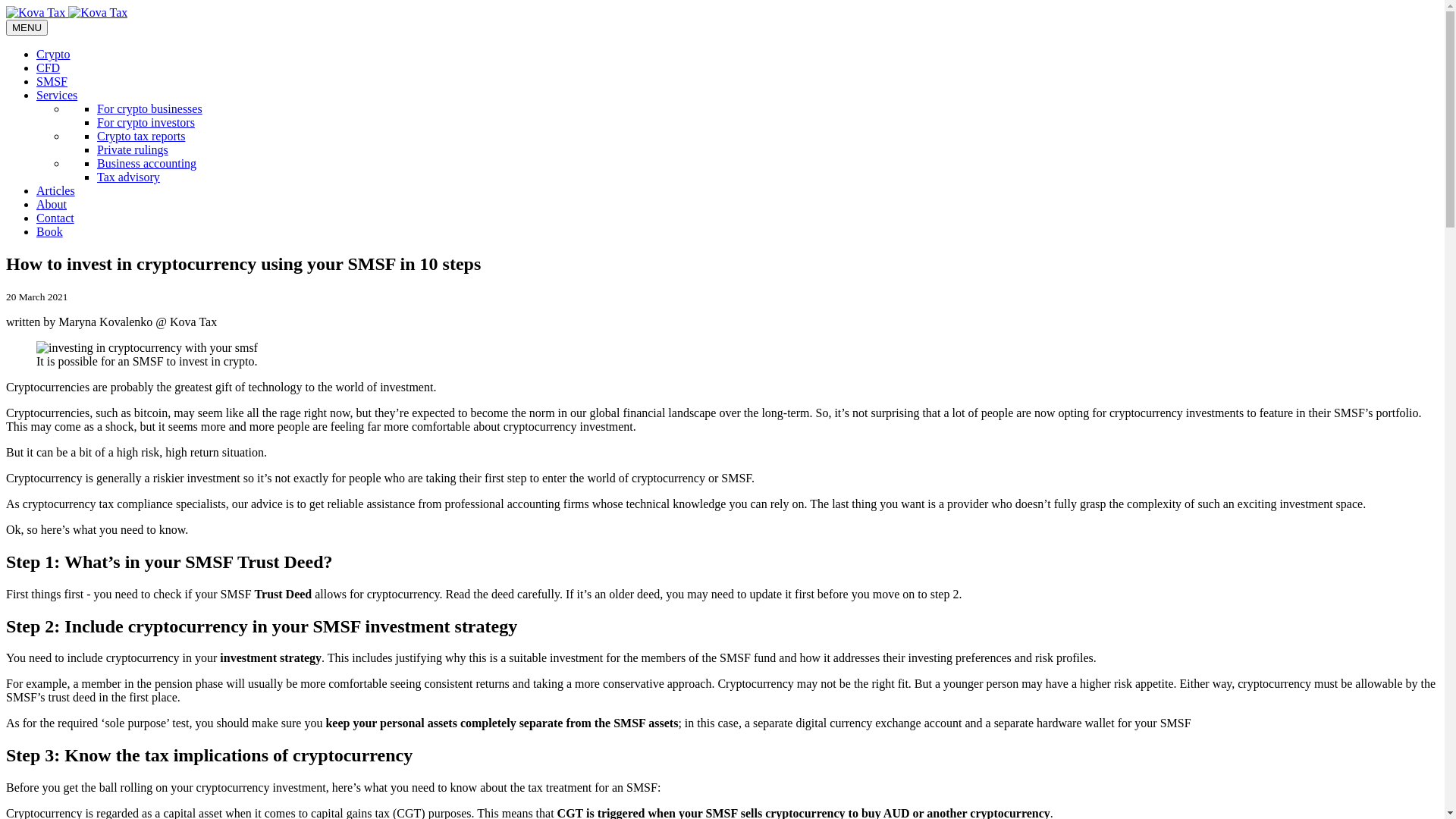  I want to click on 'For crypto businesses', so click(149, 108).